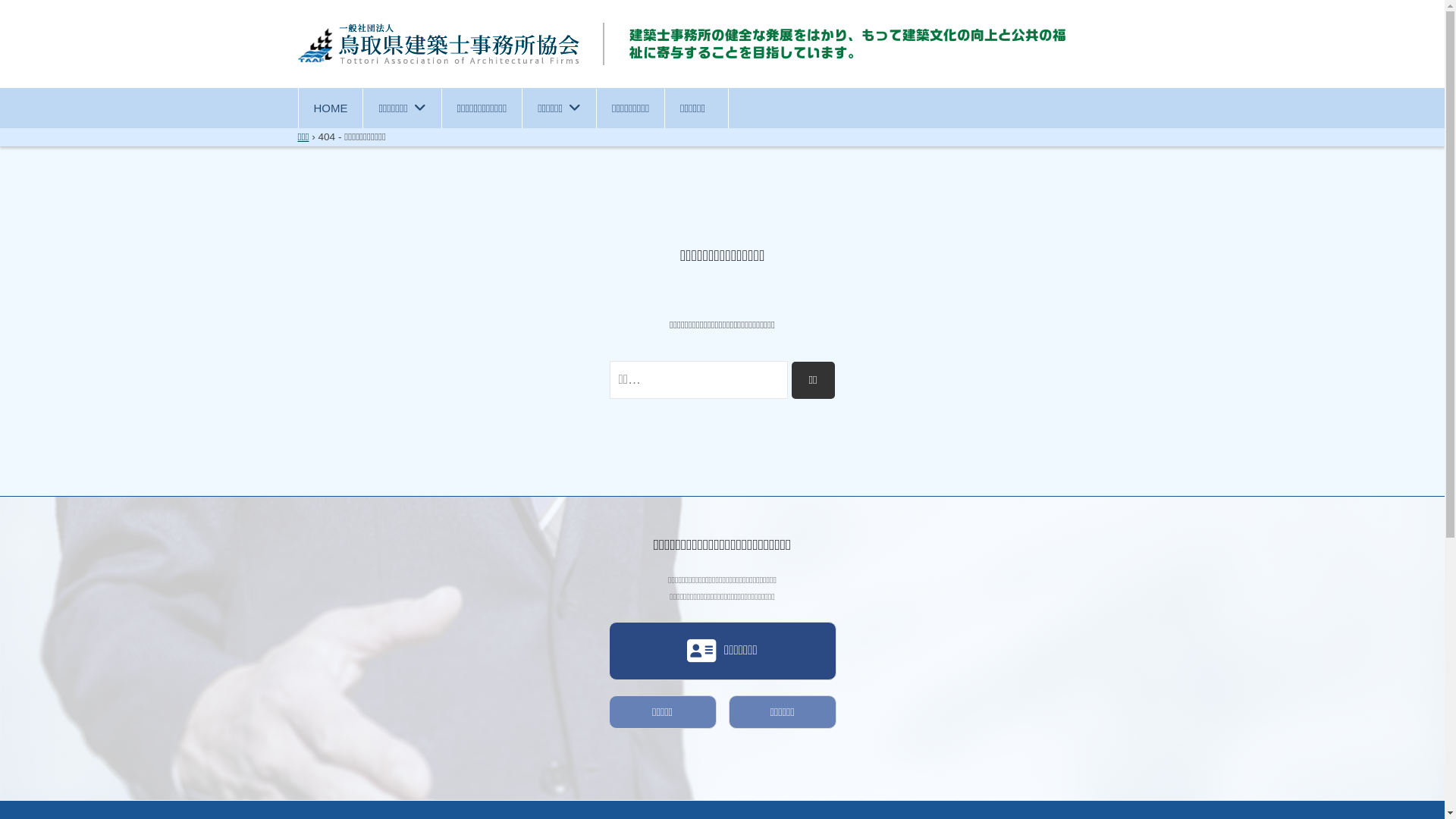 This screenshot has height=819, width=1456. What do you see at coordinates (298, 107) in the screenshot?
I see `'HOME'` at bounding box center [298, 107].